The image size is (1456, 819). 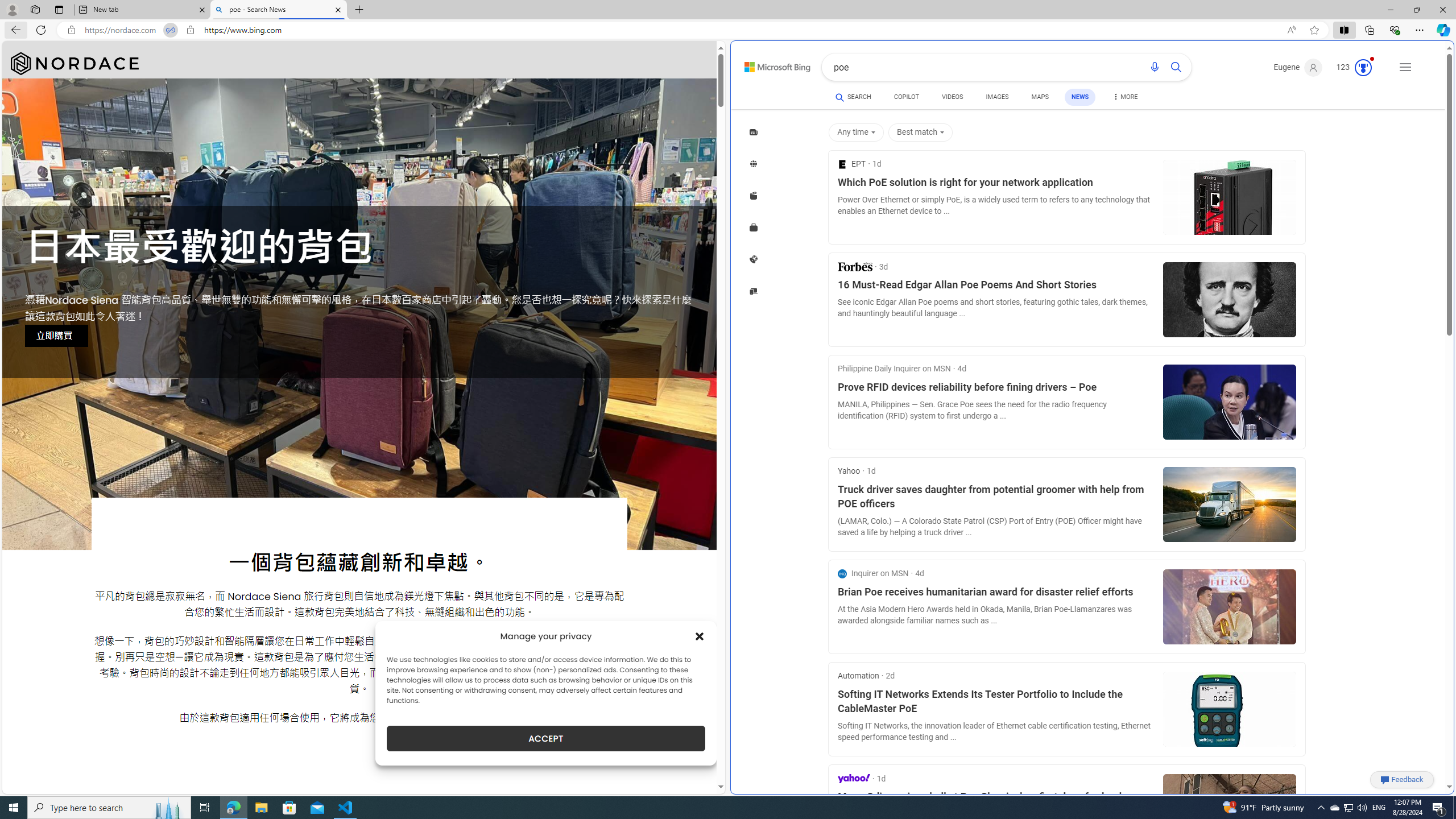 I want to click on 'NEWS', so click(x=1080, y=96).